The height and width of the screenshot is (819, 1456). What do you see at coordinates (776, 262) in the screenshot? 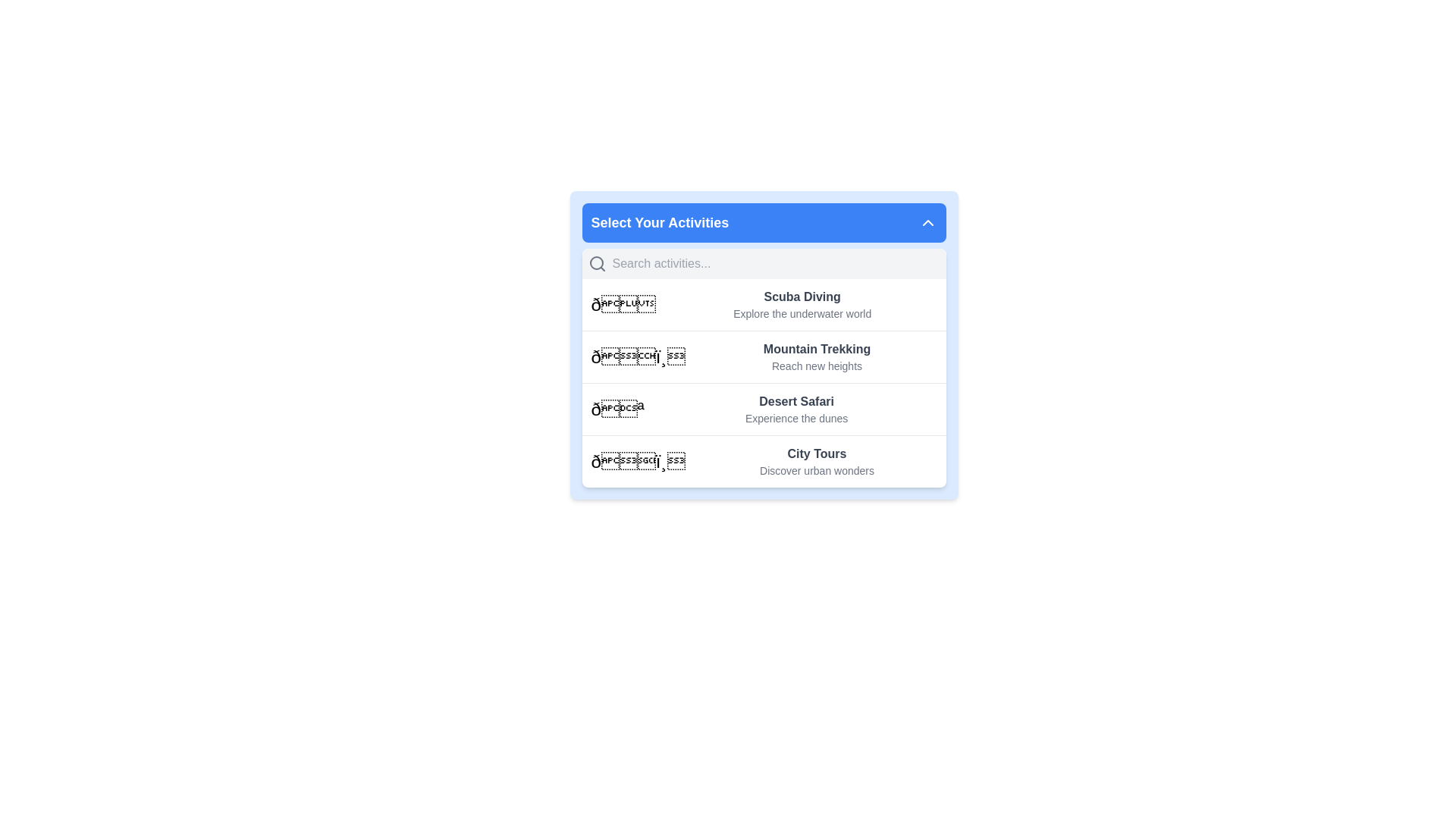
I see `the search input field located in the 'Select Your Activities' section to focus for typing a query` at bounding box center [776, 262].